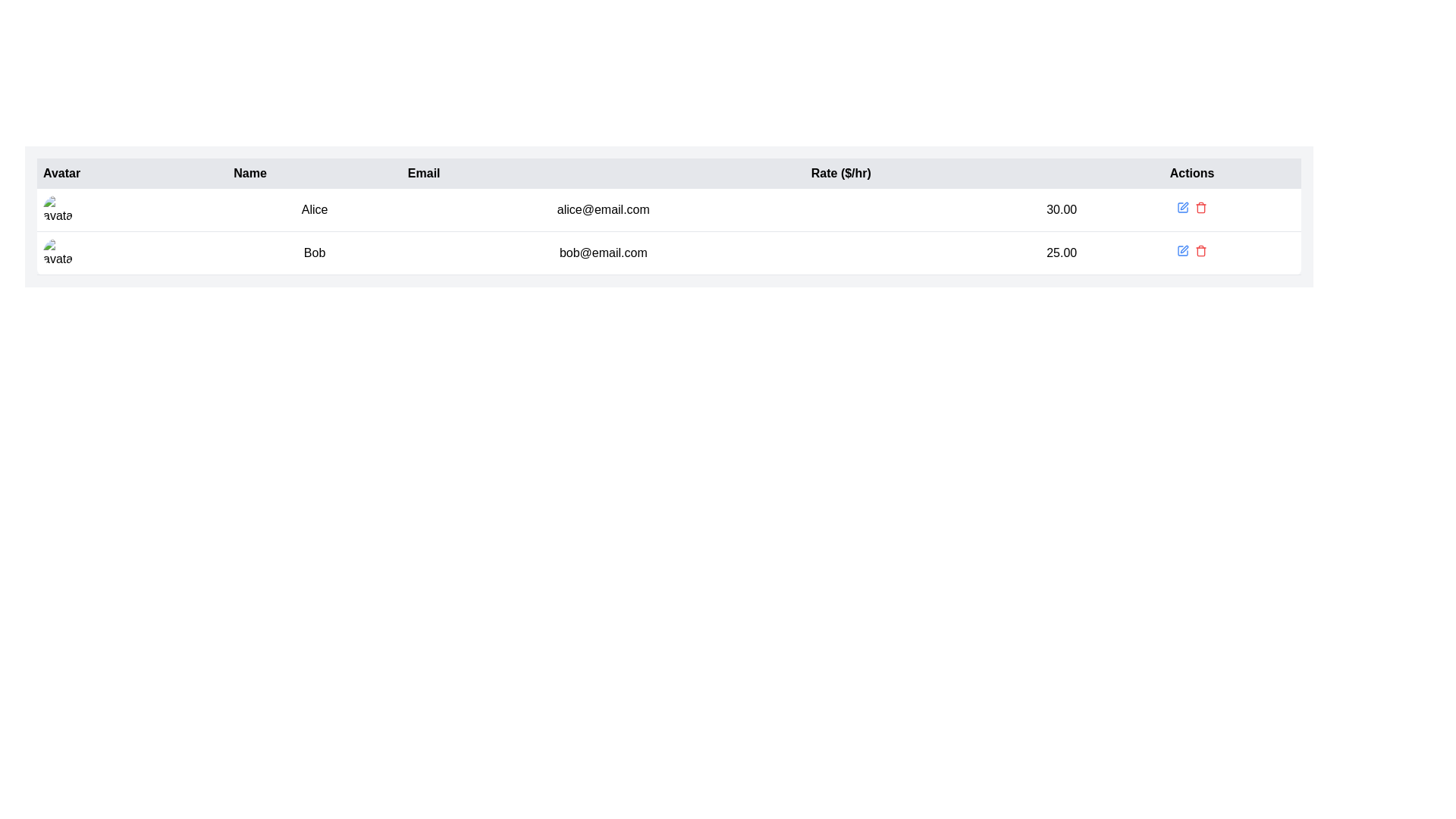 This screenshot has height=819, width=1456. I want to click on details of the user in the second row of the table, which contains the name 'Bob', email 'bob@email.com', and a rate of '25.00', so click(668, 253).